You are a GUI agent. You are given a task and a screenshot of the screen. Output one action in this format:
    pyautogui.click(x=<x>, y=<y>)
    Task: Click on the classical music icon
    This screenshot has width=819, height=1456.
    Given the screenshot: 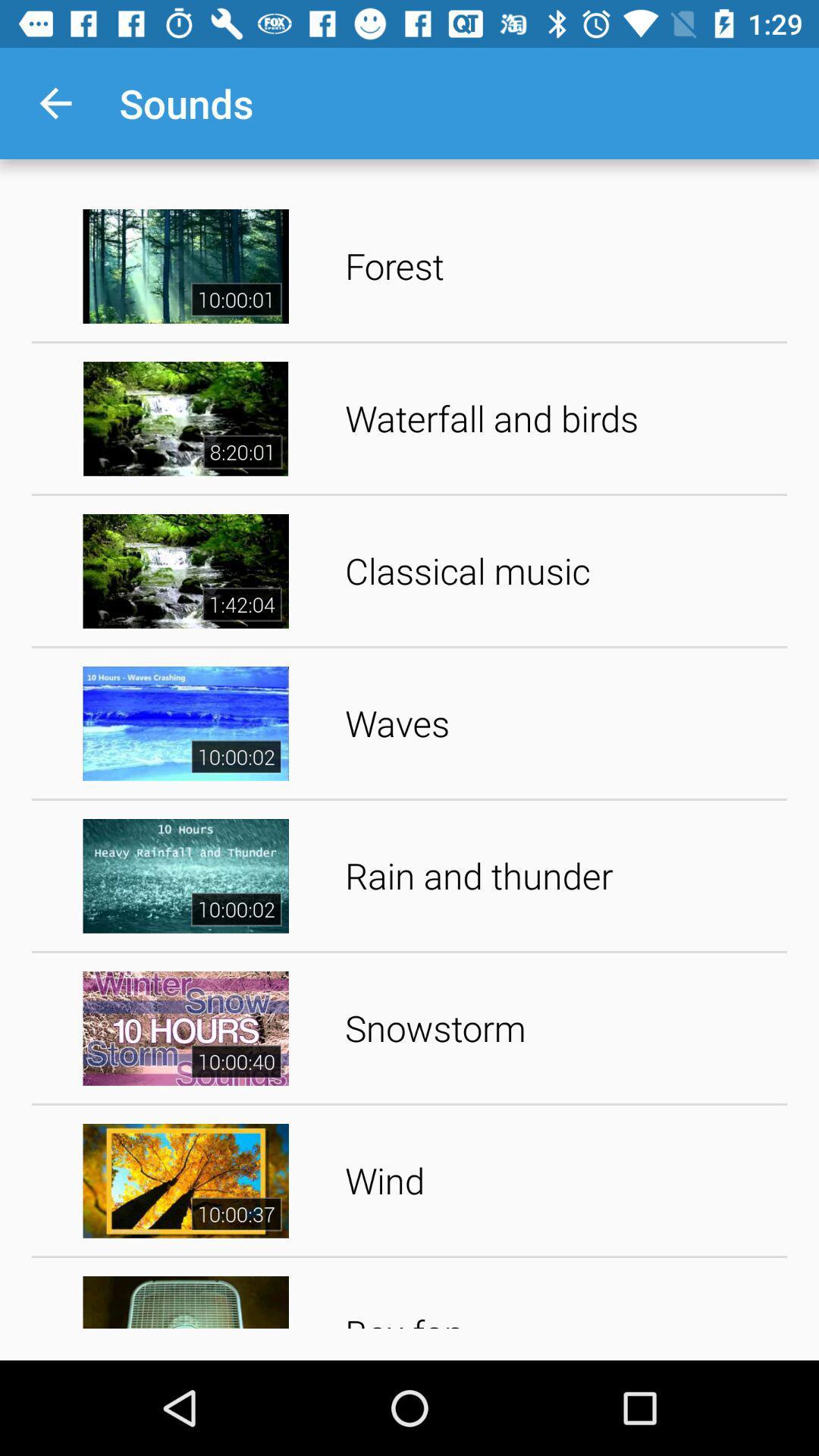 What is the action you would take?
    pyautogui.click(x=560, y=570)
    